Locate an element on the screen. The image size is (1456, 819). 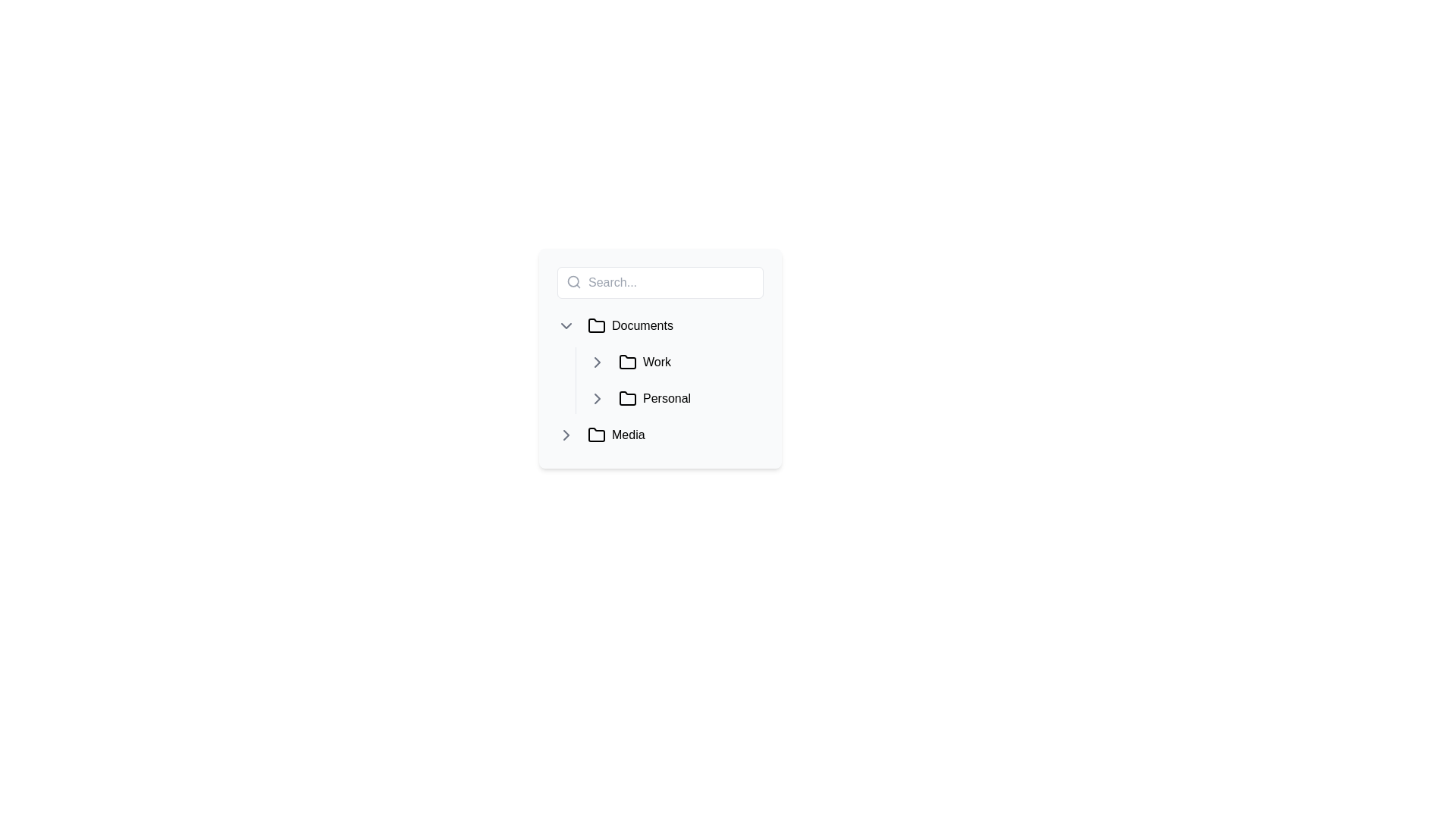
the folder icon in the 'Documents' navigation list, which is styled with a minimalistic outline design and is black in color, indicating its non-active state is located at coordinates (596, 324).